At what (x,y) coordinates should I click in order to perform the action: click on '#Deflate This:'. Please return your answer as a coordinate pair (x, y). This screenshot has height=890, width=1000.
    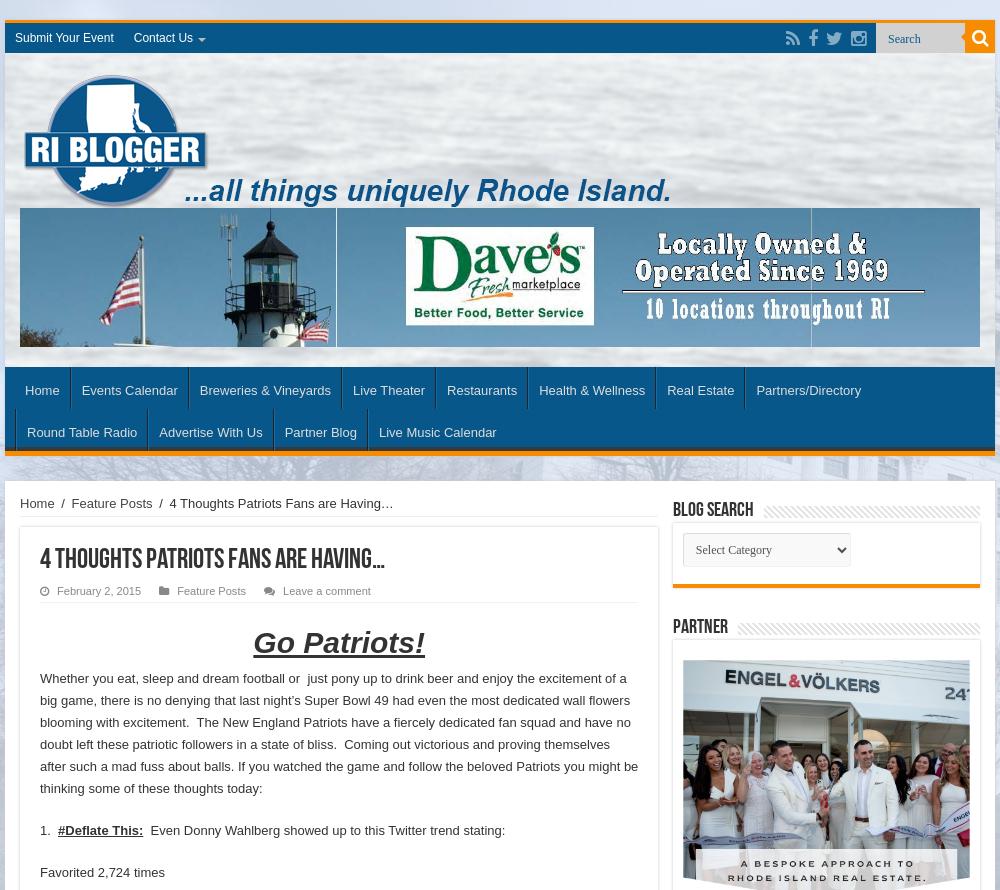
    Looking at the image, I should click on (58, 828).